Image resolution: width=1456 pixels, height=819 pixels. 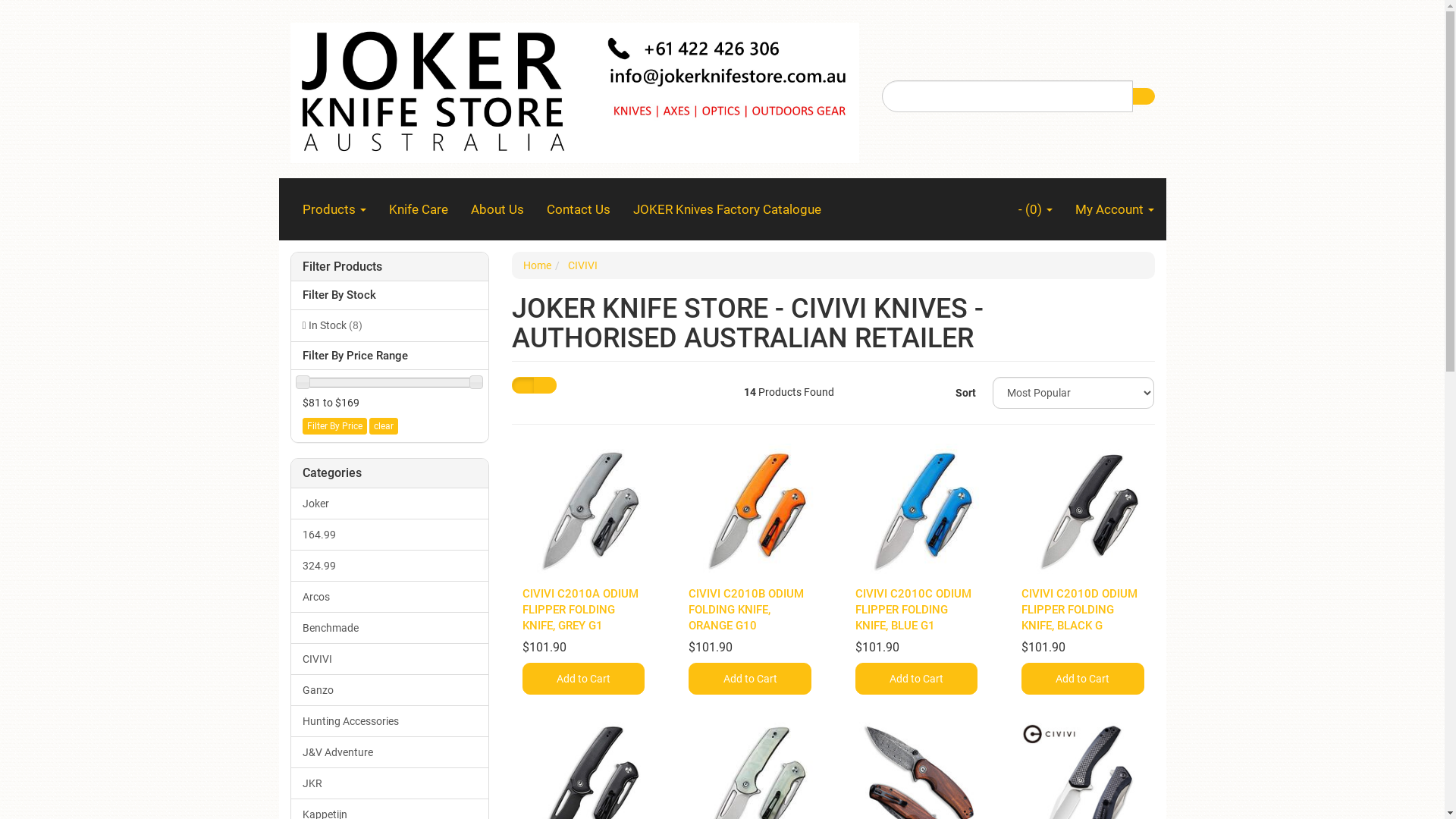 I want to click on 'JOKER Knives Factory Catalogue', so click(x=622, y=209).